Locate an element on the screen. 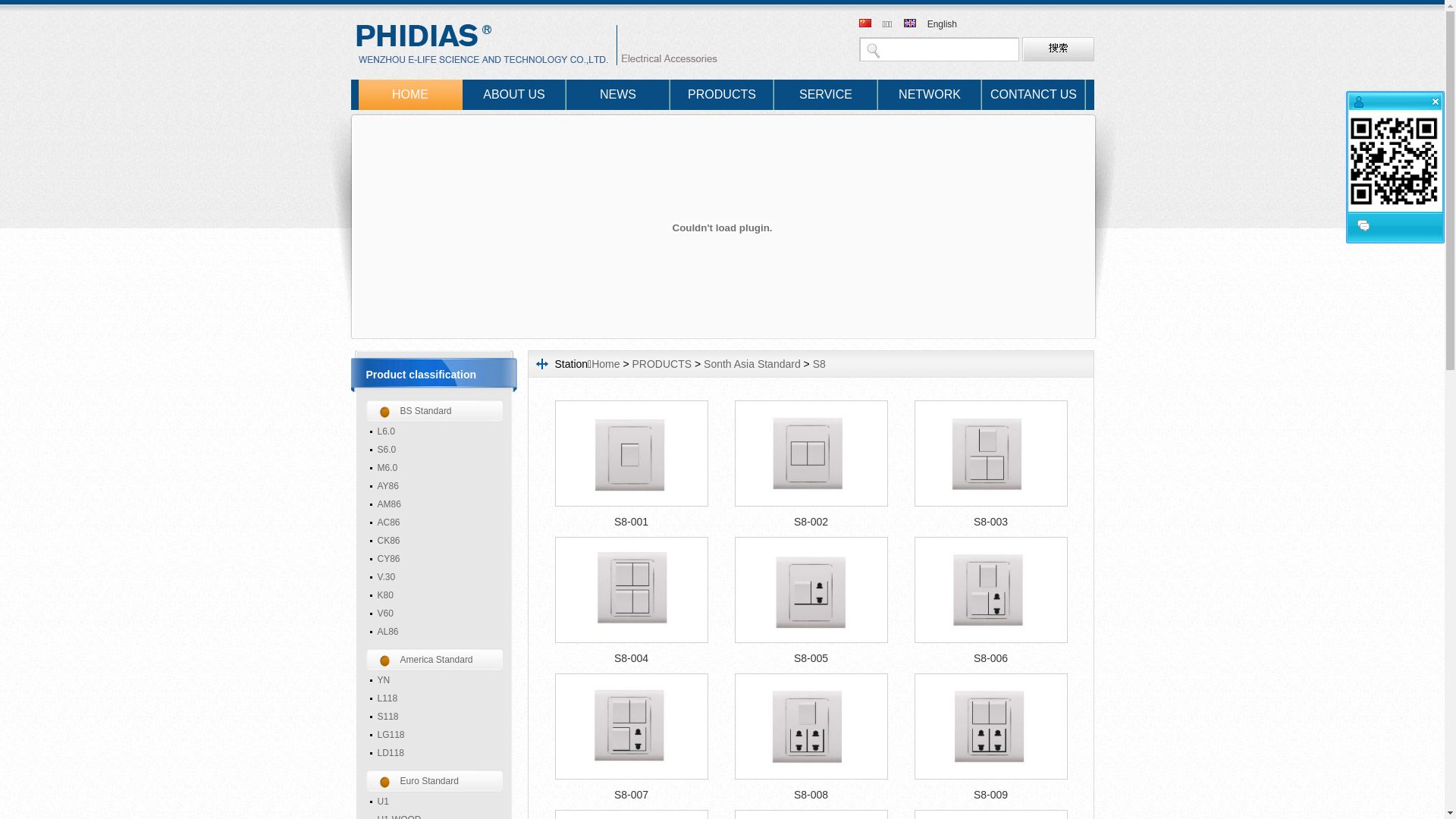  'PRODUCTS' is located at coordinates (669, 94).